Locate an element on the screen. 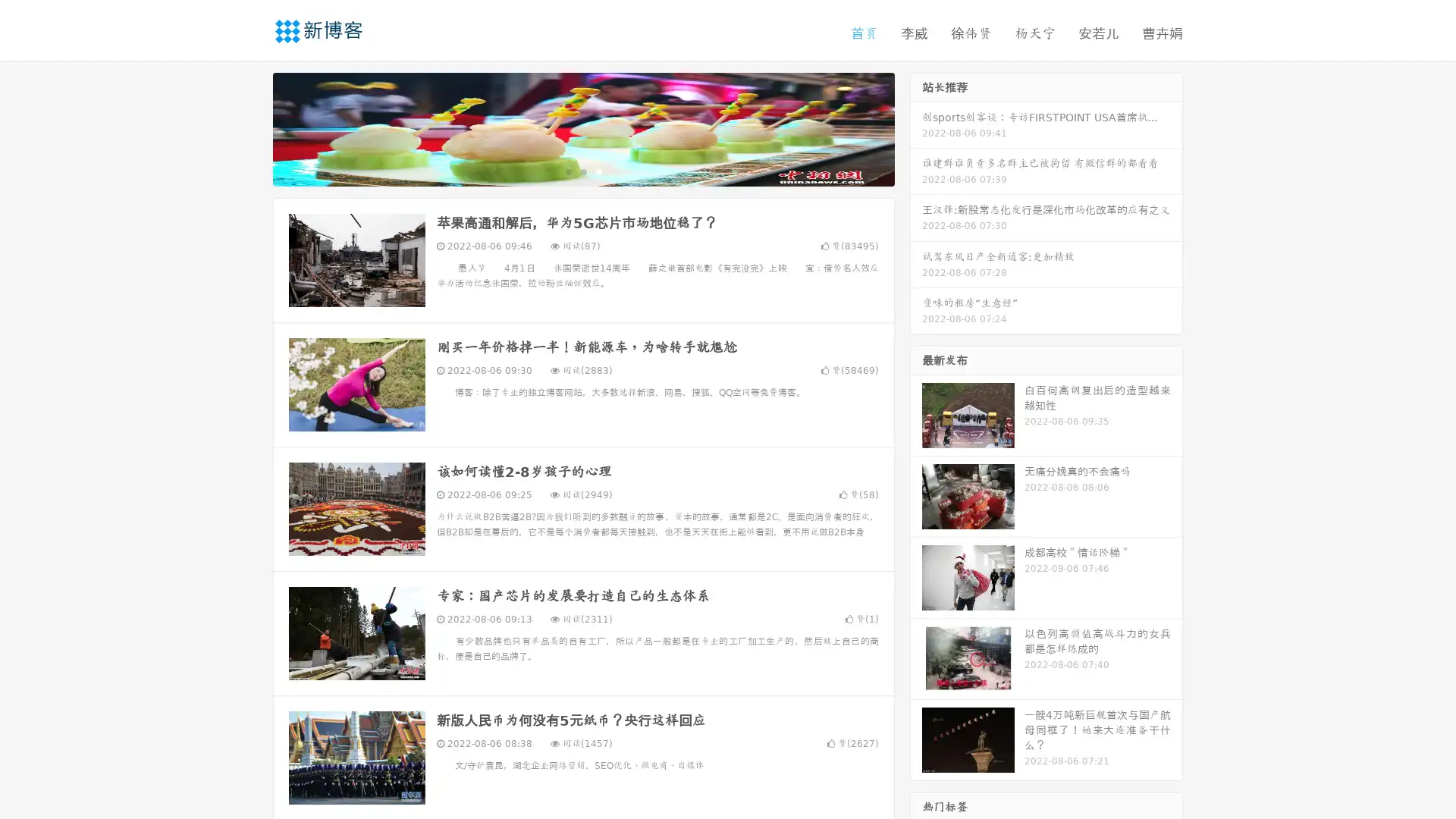  Go to slide 3 is located at coordinates (598, 171).